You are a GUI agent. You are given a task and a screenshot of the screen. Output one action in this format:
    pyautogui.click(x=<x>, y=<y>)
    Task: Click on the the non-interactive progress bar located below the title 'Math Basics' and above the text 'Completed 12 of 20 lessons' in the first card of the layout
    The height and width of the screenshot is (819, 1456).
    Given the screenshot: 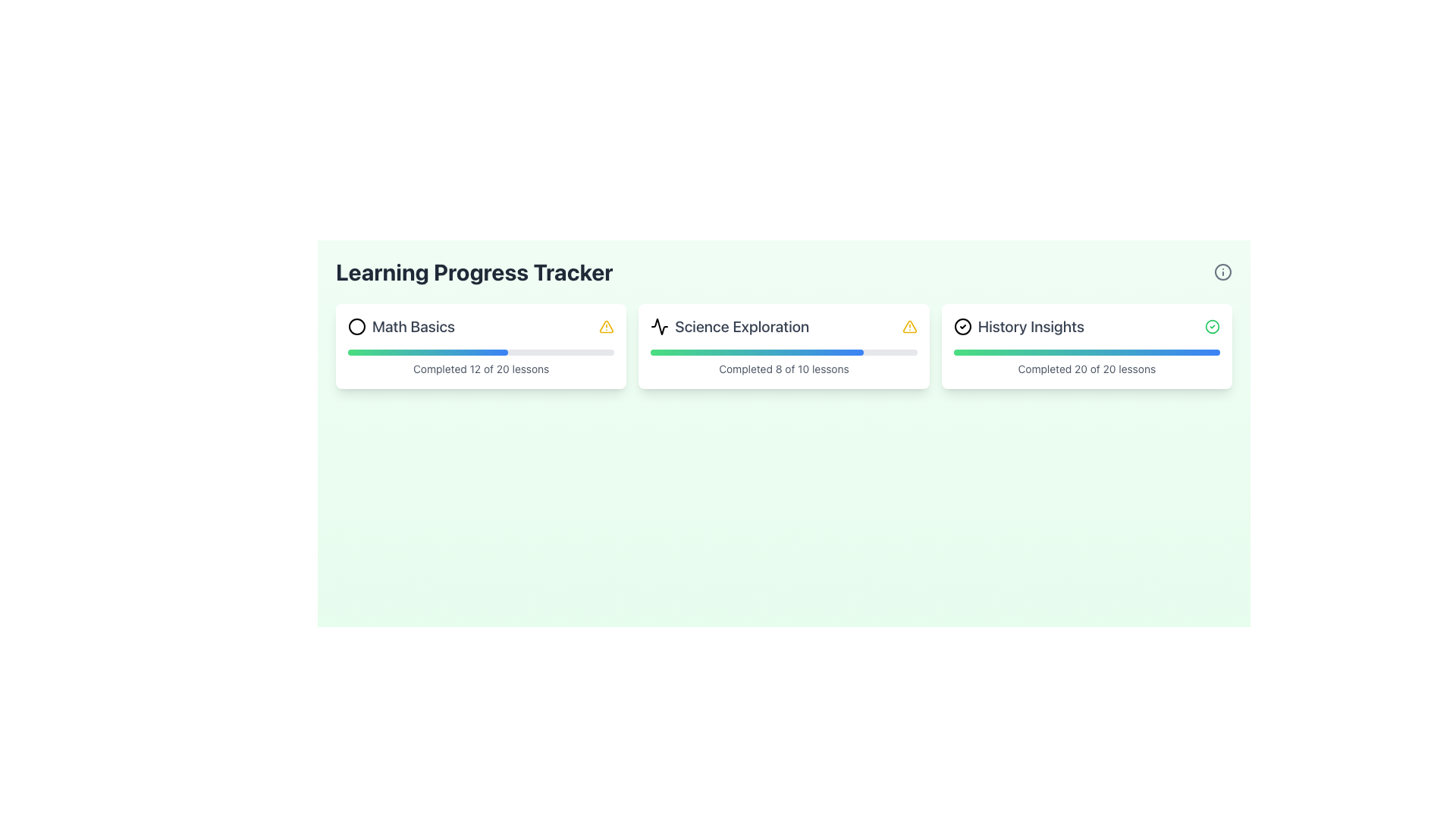 What is the action you would take?
    pyautogui.click(x=480, y=353)
    